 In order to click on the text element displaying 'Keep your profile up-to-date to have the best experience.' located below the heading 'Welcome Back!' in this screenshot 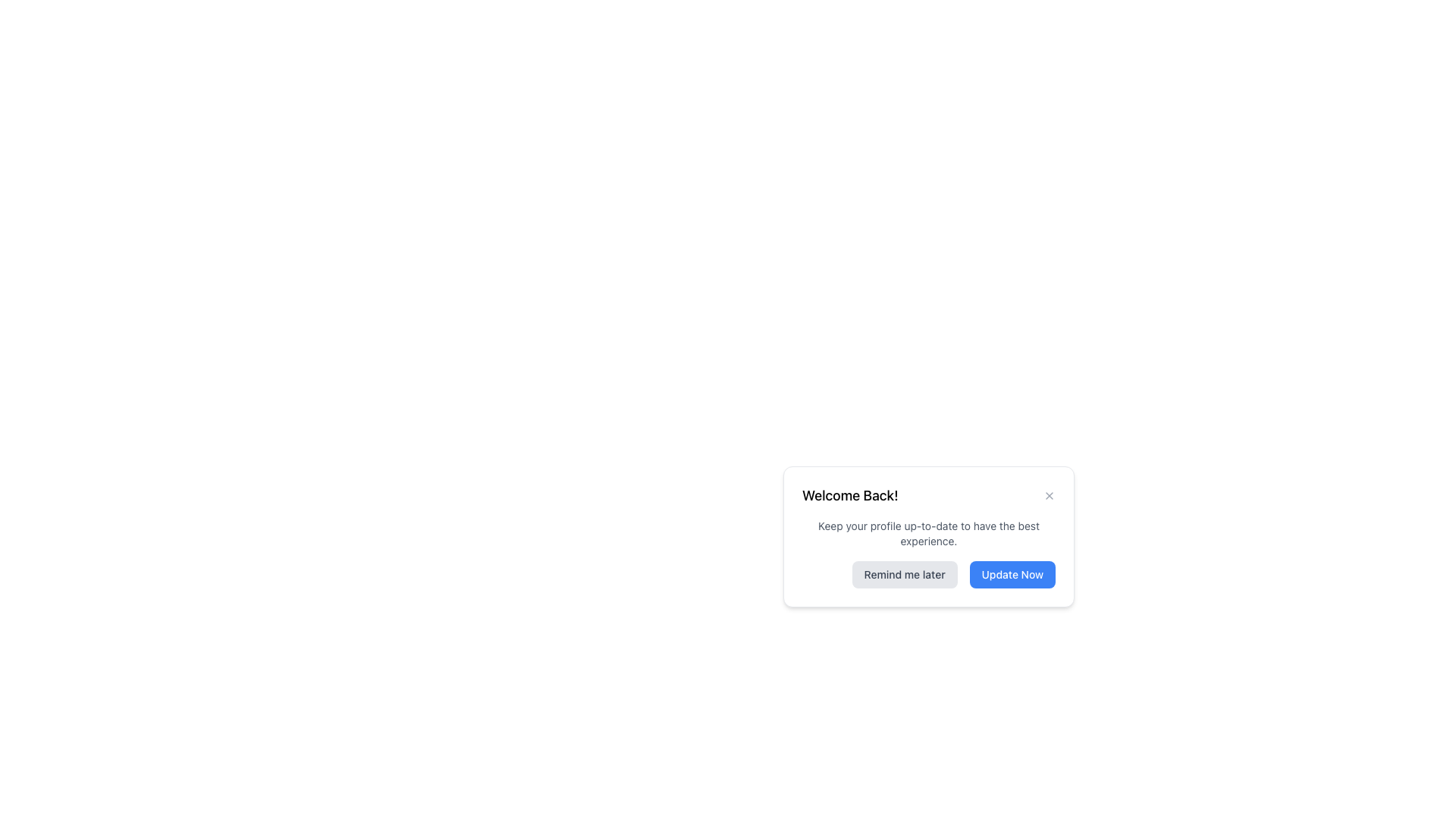, I will do `click(927, 533)`.